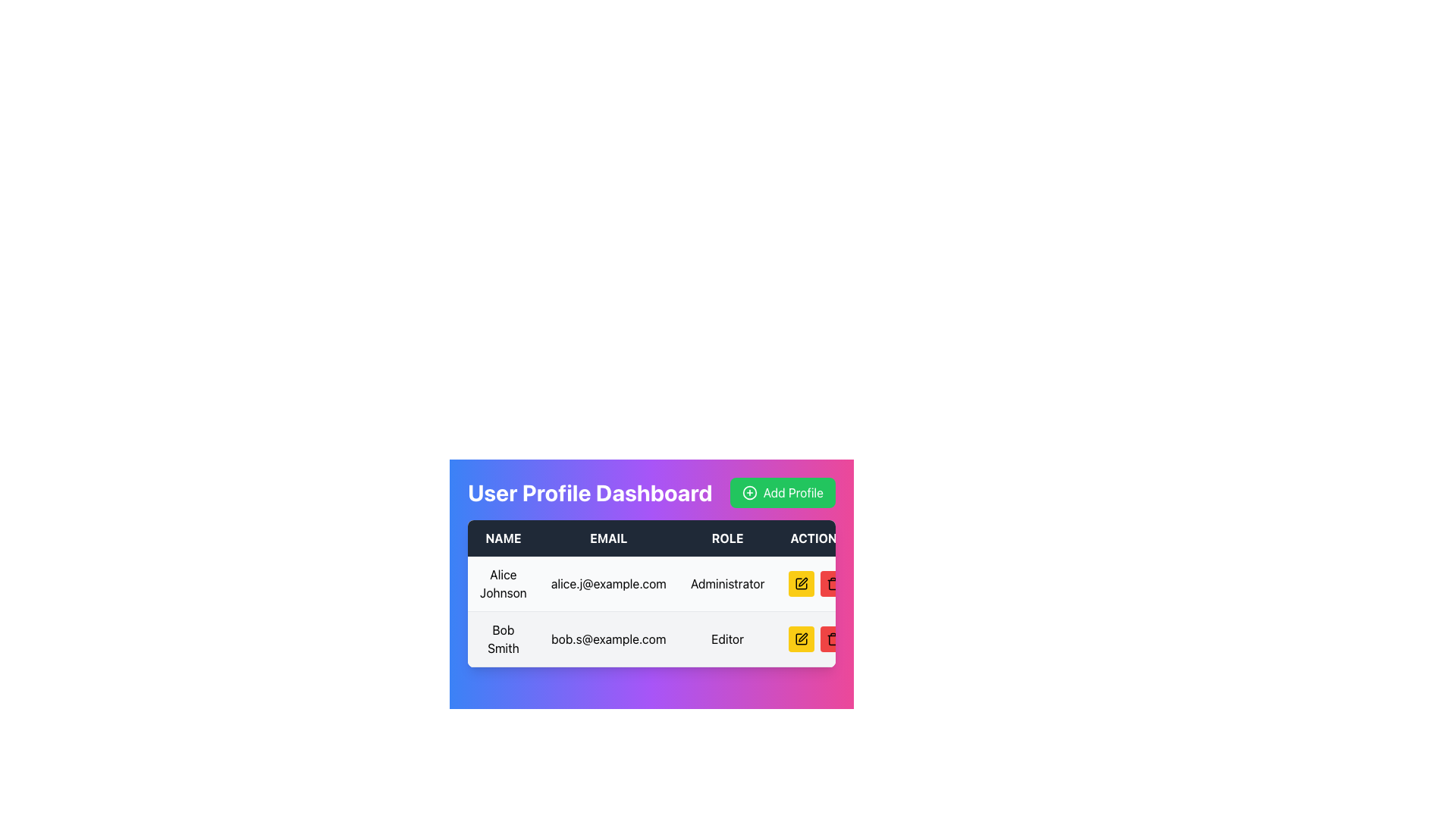 The height and width of the screenshot is (819, 1456). What do you see at coordinates (503, 583) in the screenshot?
I see `the Text label that identifies the user by their full name, located in the first row and first column of the table under the 'NAME' header, to copy the text` at bounding box center [503, 583].